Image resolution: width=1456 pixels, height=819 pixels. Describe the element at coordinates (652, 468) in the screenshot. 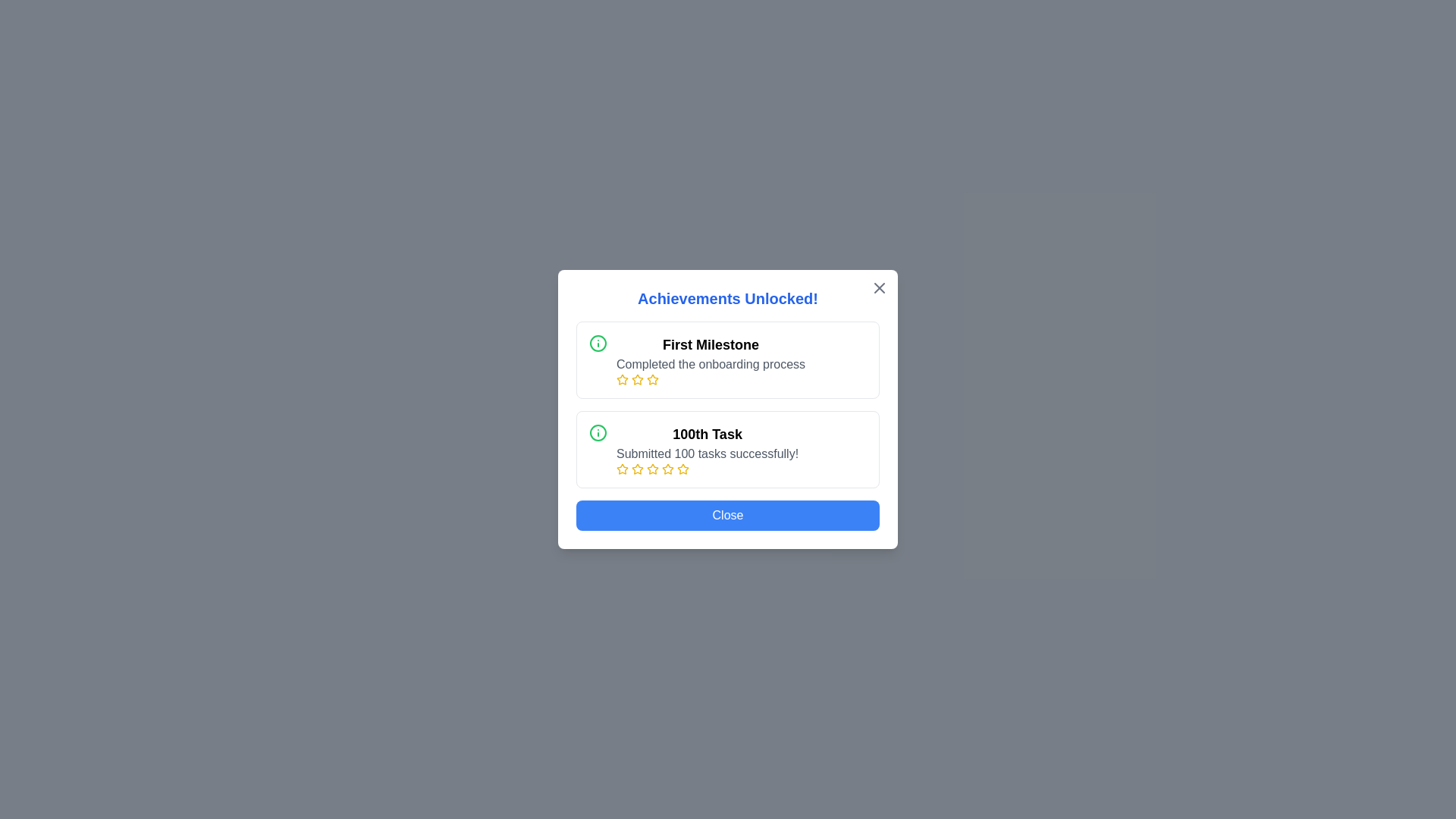

I see `the fourth star icon used to represent a rating level, located below the '100th Task' achievement title in the interface to interact with it` at that location.